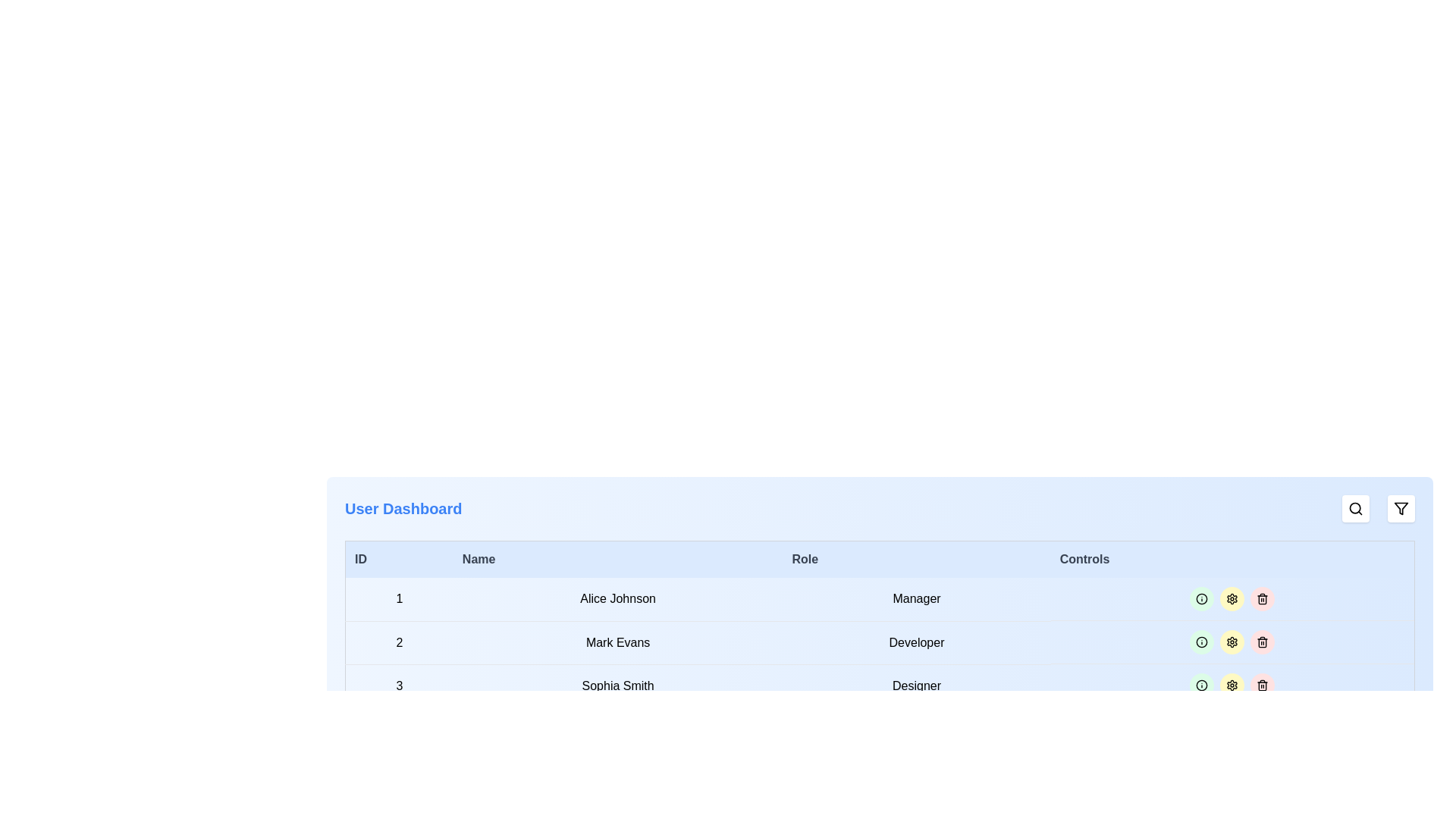 Image resolution: width=1456 pixels, height=819 pixels. Describe the element at coordinates (916, 642) in the screenshot. I see `the Static Text element displaying the role of user 'Mark Evans' in the 'Role' column of the second row of the table` at that location.